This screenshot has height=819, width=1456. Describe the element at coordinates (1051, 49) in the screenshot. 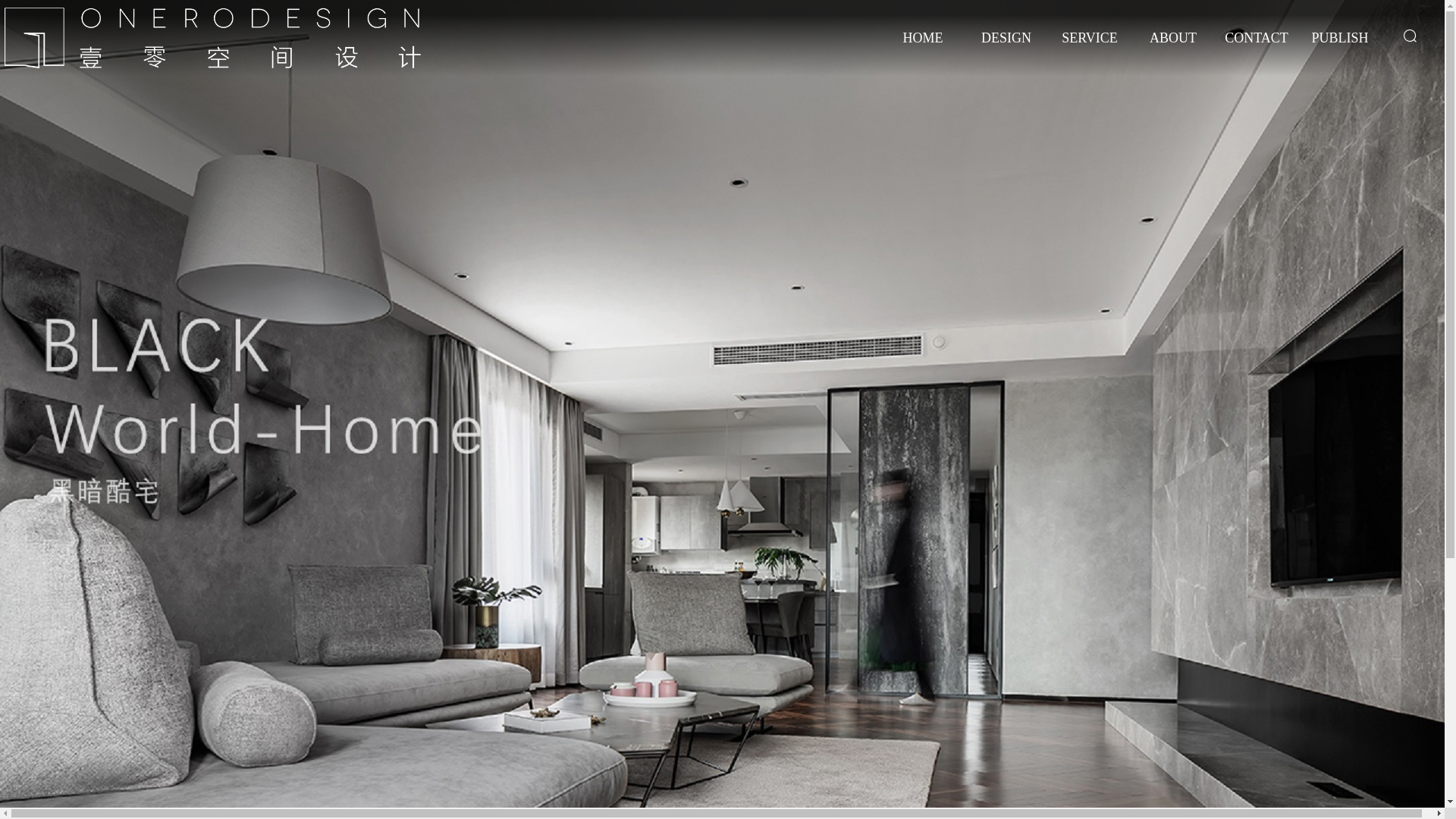

I see `'SERVICE'` at that location.